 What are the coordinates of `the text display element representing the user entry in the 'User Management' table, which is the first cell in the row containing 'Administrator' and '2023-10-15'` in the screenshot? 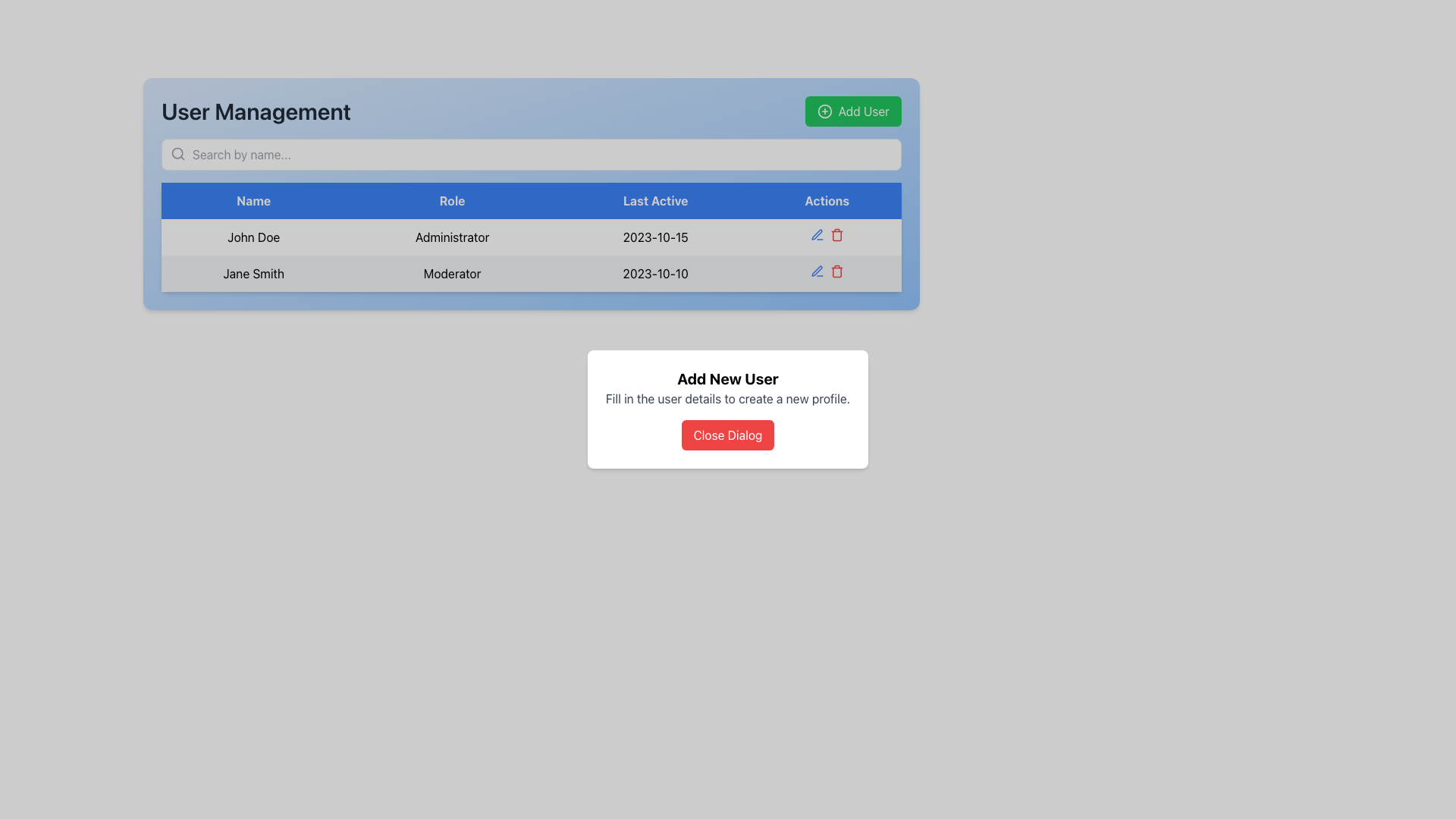 It's located at (253, 237).